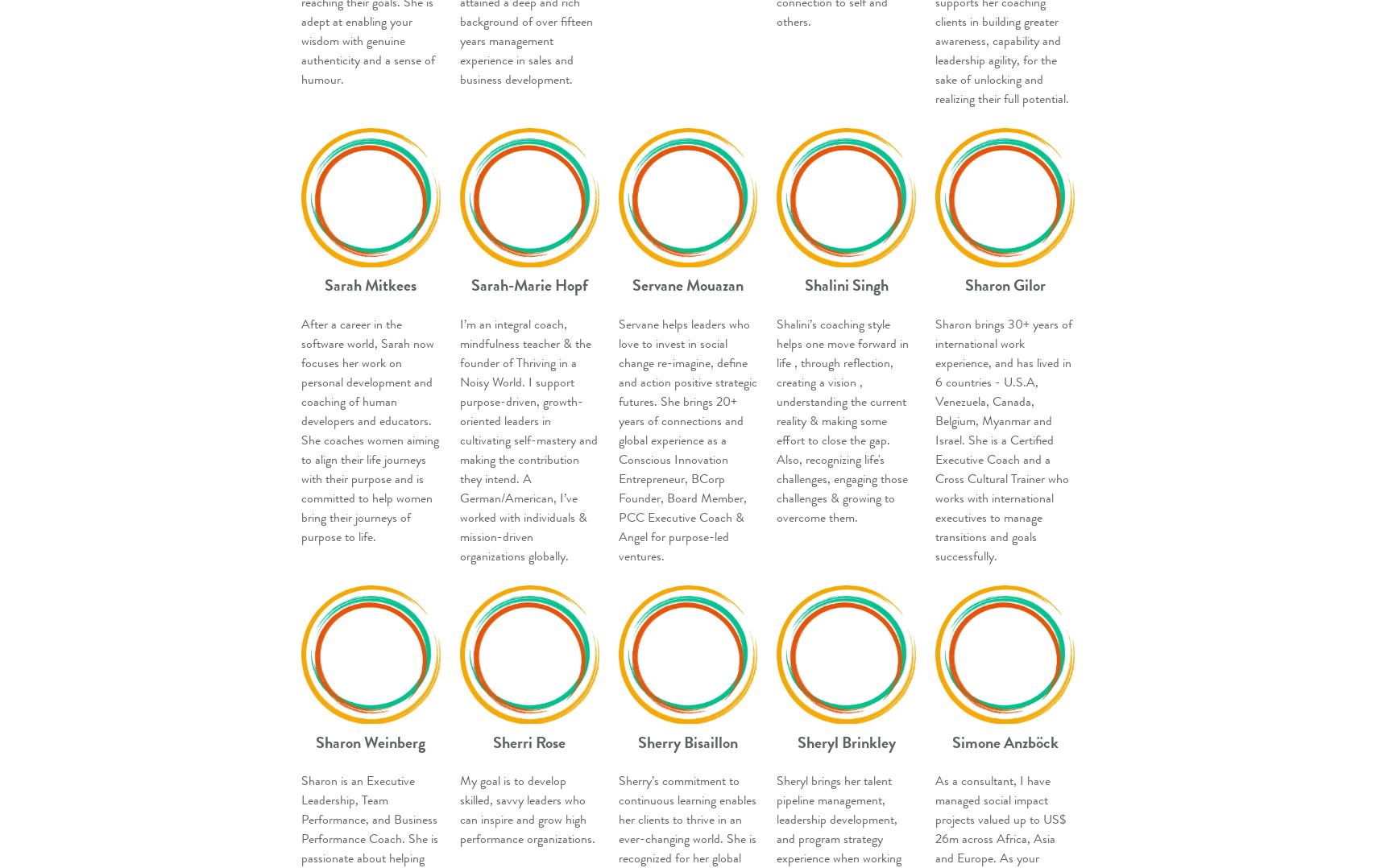 The width and height of the screenshot is (1376, 868). Describe the element at coordinates (370, 285) in the screenshot. I see `'Sarah Mitkees'` at that location.